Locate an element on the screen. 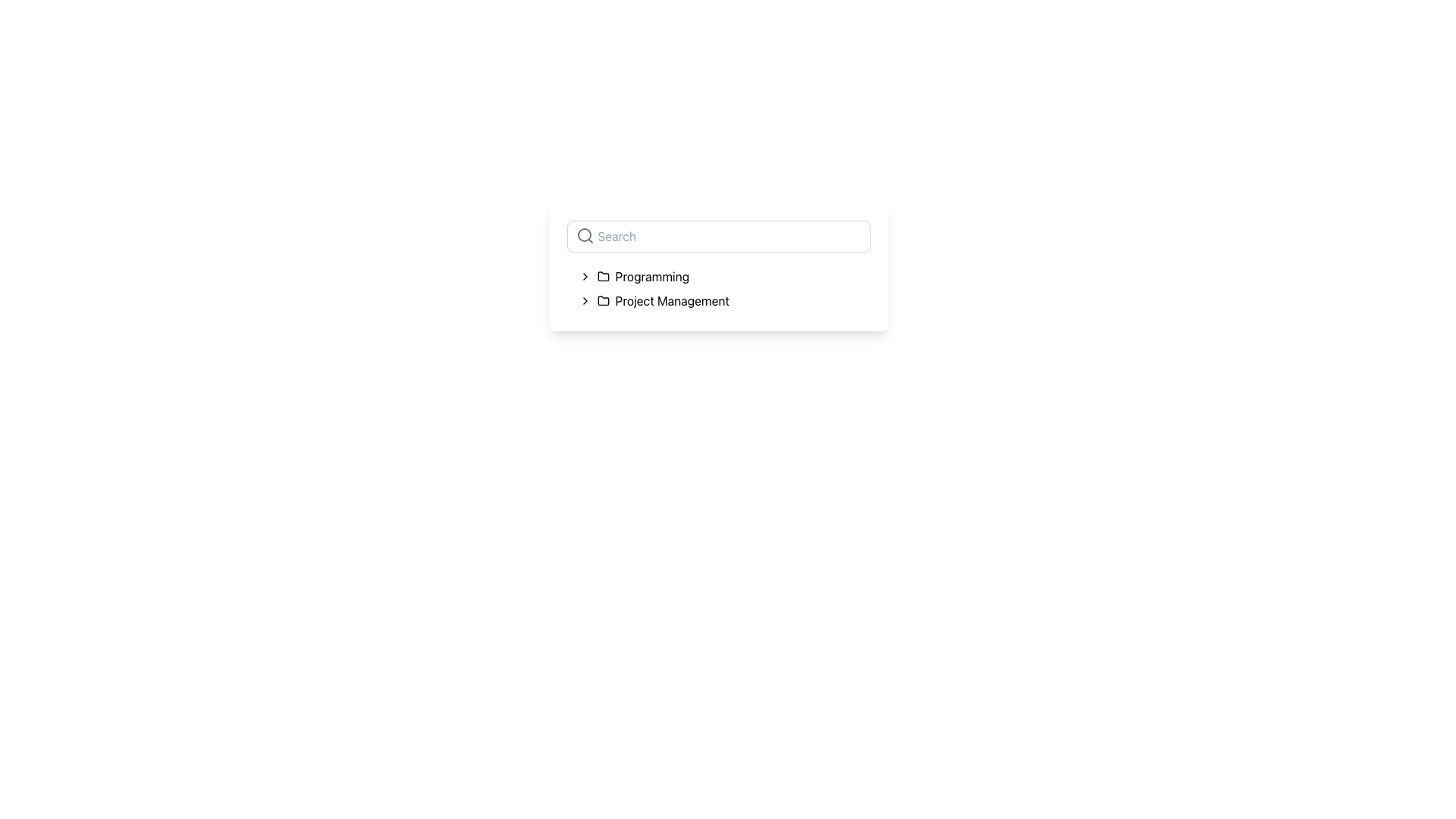 The height and width of the screenshot is (819, 1456). the 'Project Management' menu item text label, which is the second item in a vertical list beneath a search bar and below the 'Programming' item is located at coordinates (723, 301).